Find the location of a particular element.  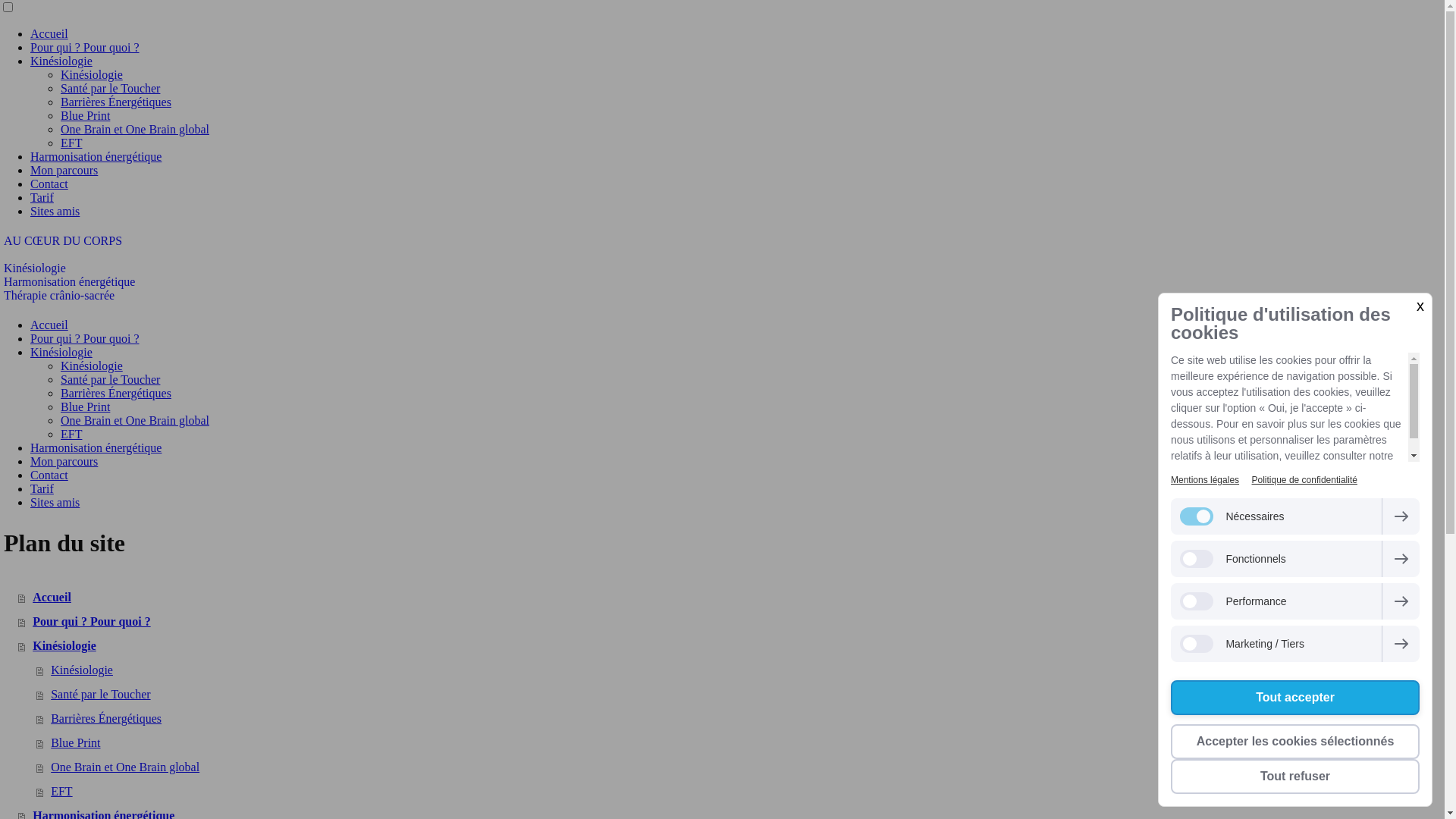

'Contact' is located at coordinates (30, 183).